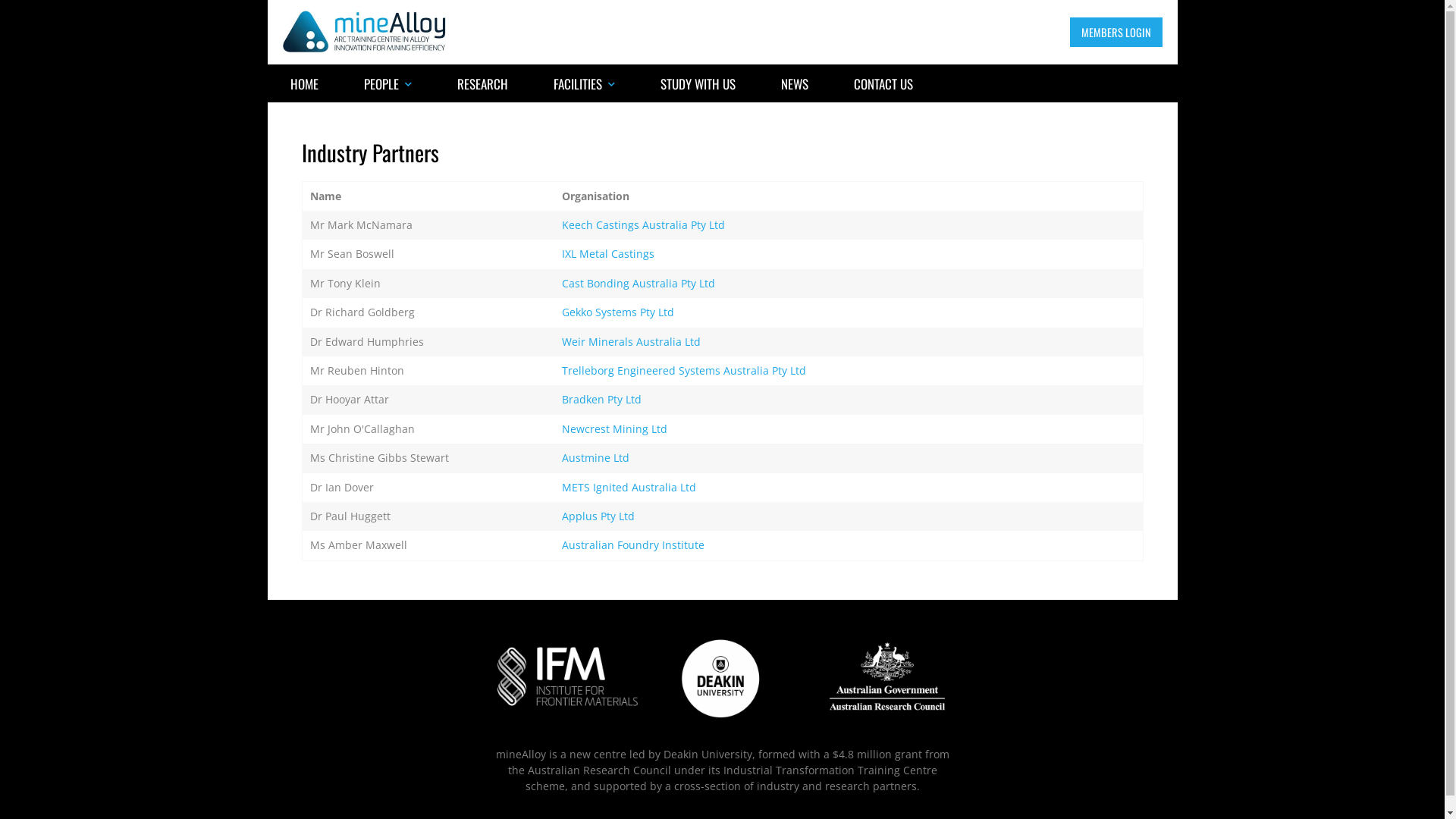  What do you see at coordinates (793, 83) in the screenshot?
I see `'NEWS'` at bounding box center [793, 83].